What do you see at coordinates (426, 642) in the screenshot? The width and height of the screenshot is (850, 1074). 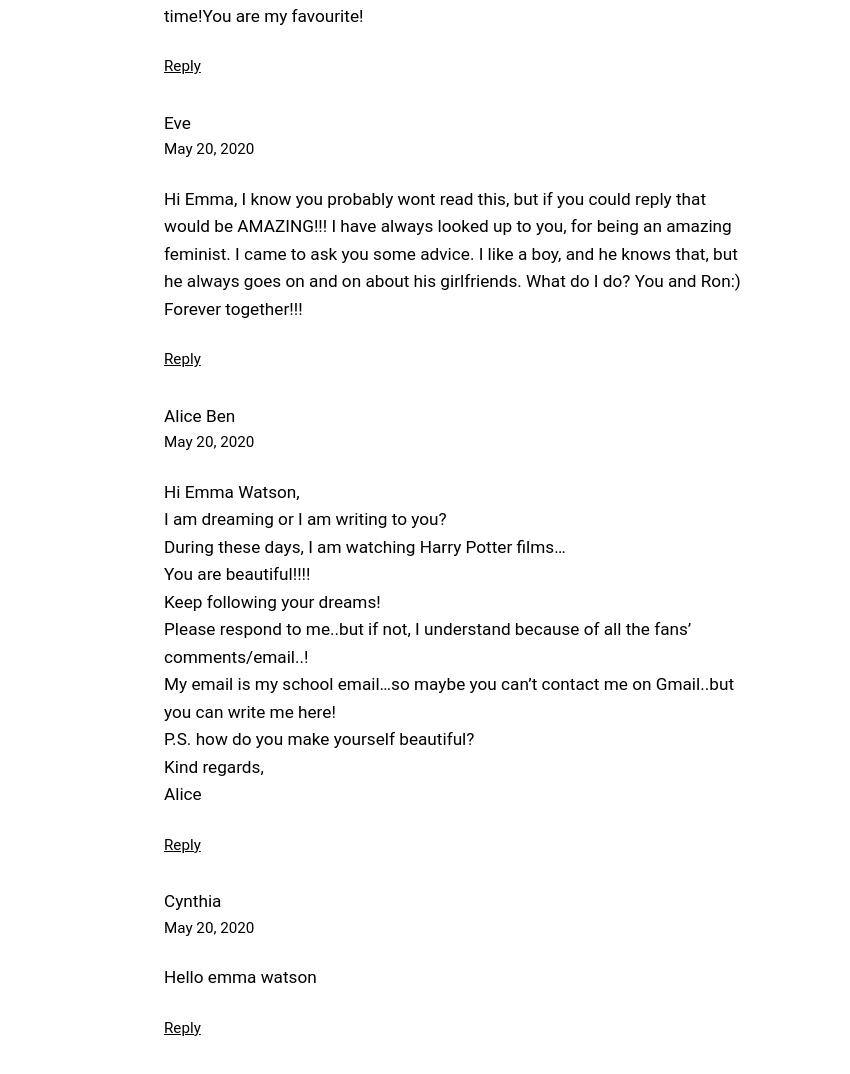 I see `'Please respond to me..but if not, I understand because of all the fans’ comments/email..!'` at bounding box center [426, 642].